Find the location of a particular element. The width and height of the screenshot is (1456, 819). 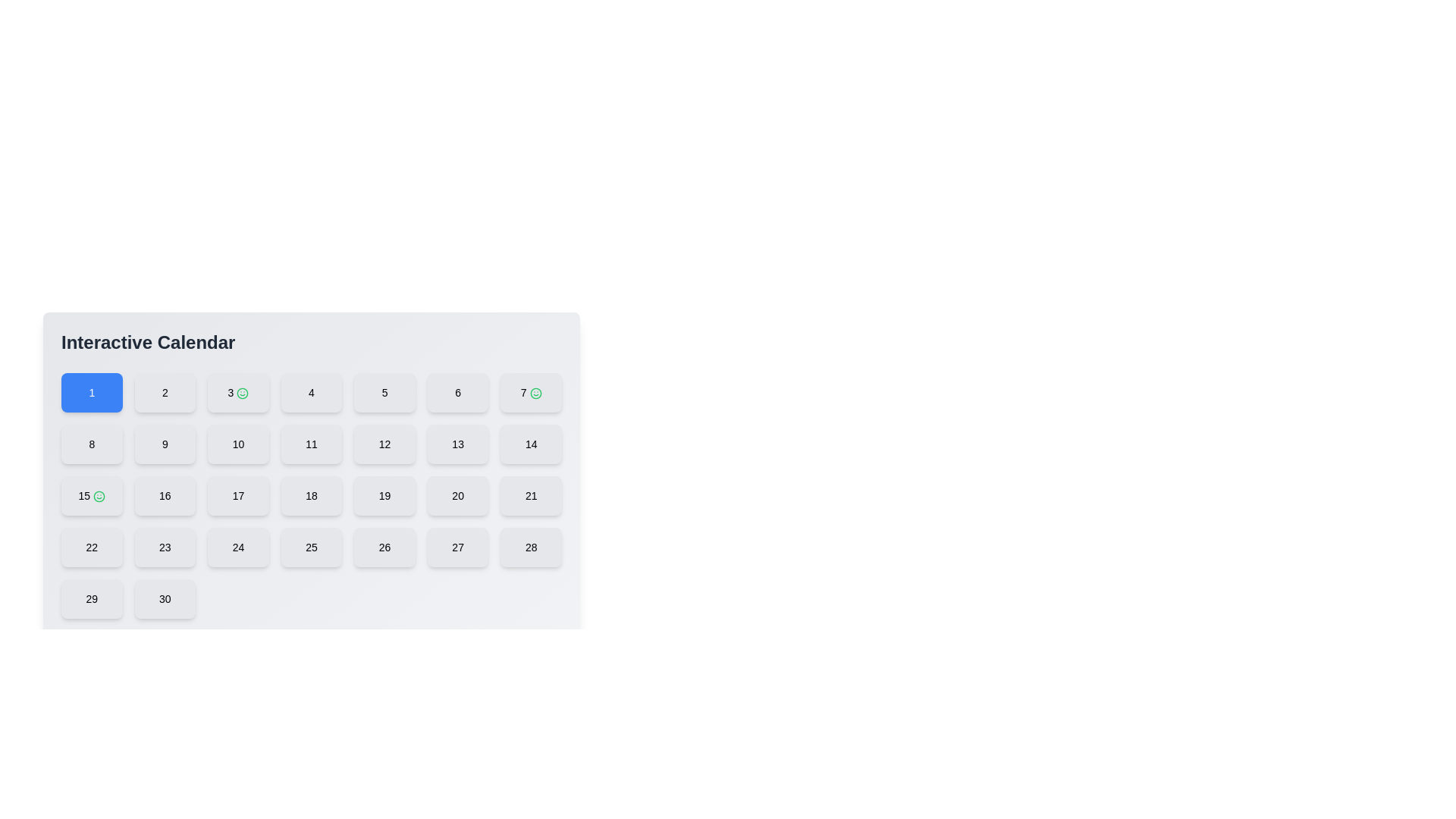

the interactive calendar grid for keyboard navigation by moving the mouse to the center of the grid layout is located at coordinates (311, 496).